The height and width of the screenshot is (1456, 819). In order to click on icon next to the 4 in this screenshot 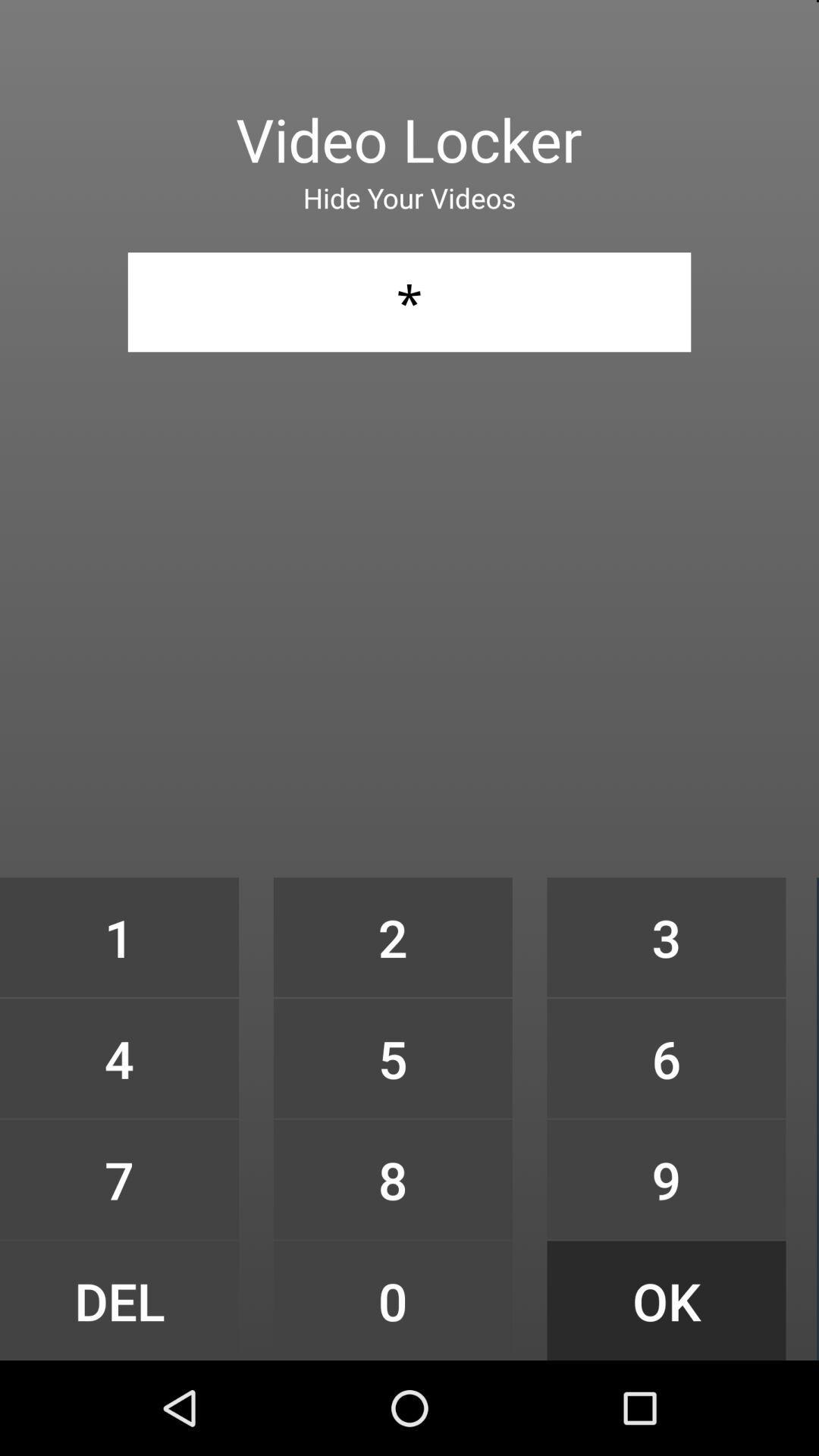, I will do `click(392, 1178)`.